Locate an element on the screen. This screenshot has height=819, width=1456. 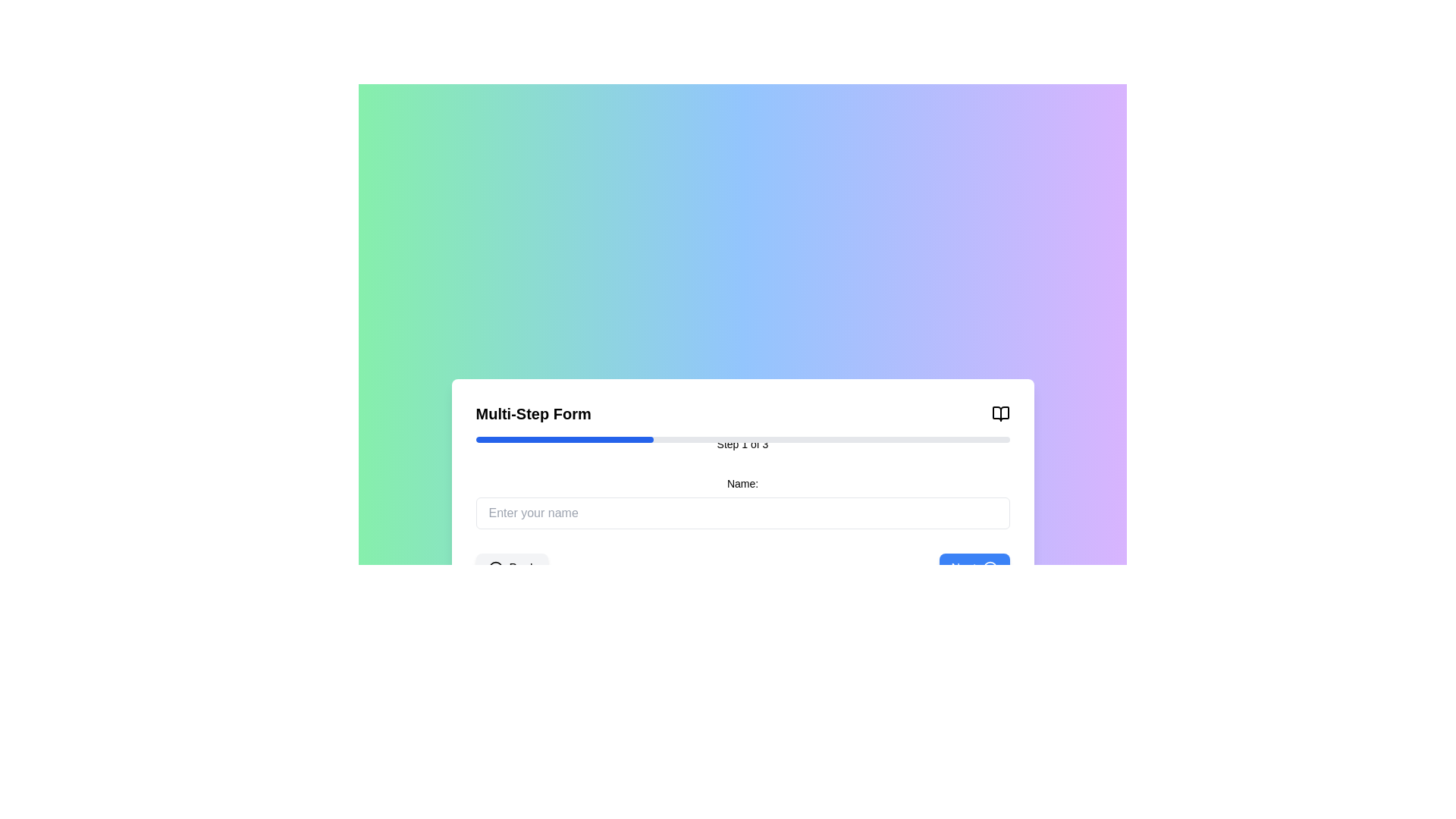
the 'Next' button, which has a vibrant blue background and white text is located at coordinates (974, 568).